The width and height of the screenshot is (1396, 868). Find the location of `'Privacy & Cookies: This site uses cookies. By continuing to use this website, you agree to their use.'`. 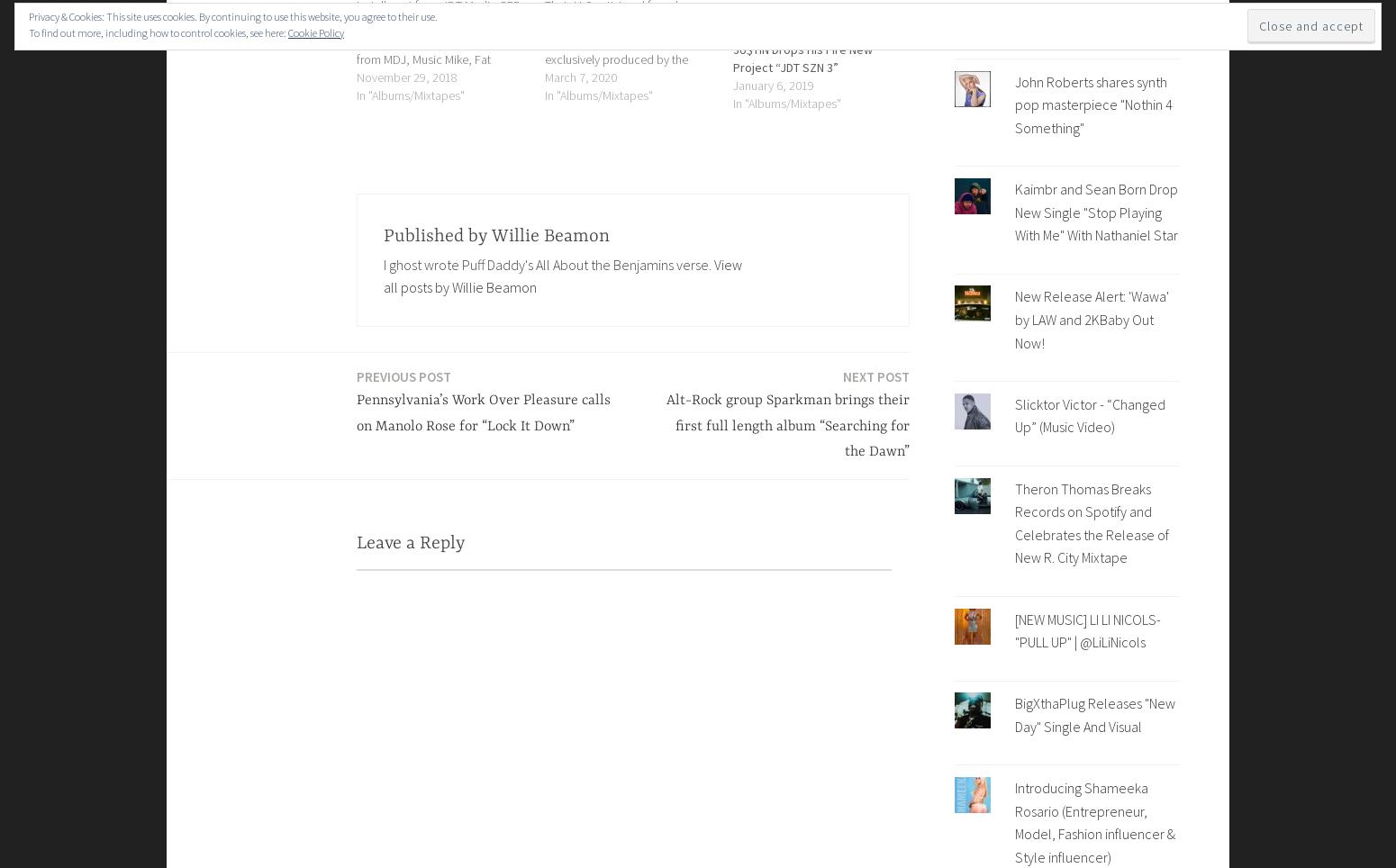

'Privacy & Cookies: This site uses cookies. By continuing to use this website, you agree to their use.' is located at coordinates (233, 15).